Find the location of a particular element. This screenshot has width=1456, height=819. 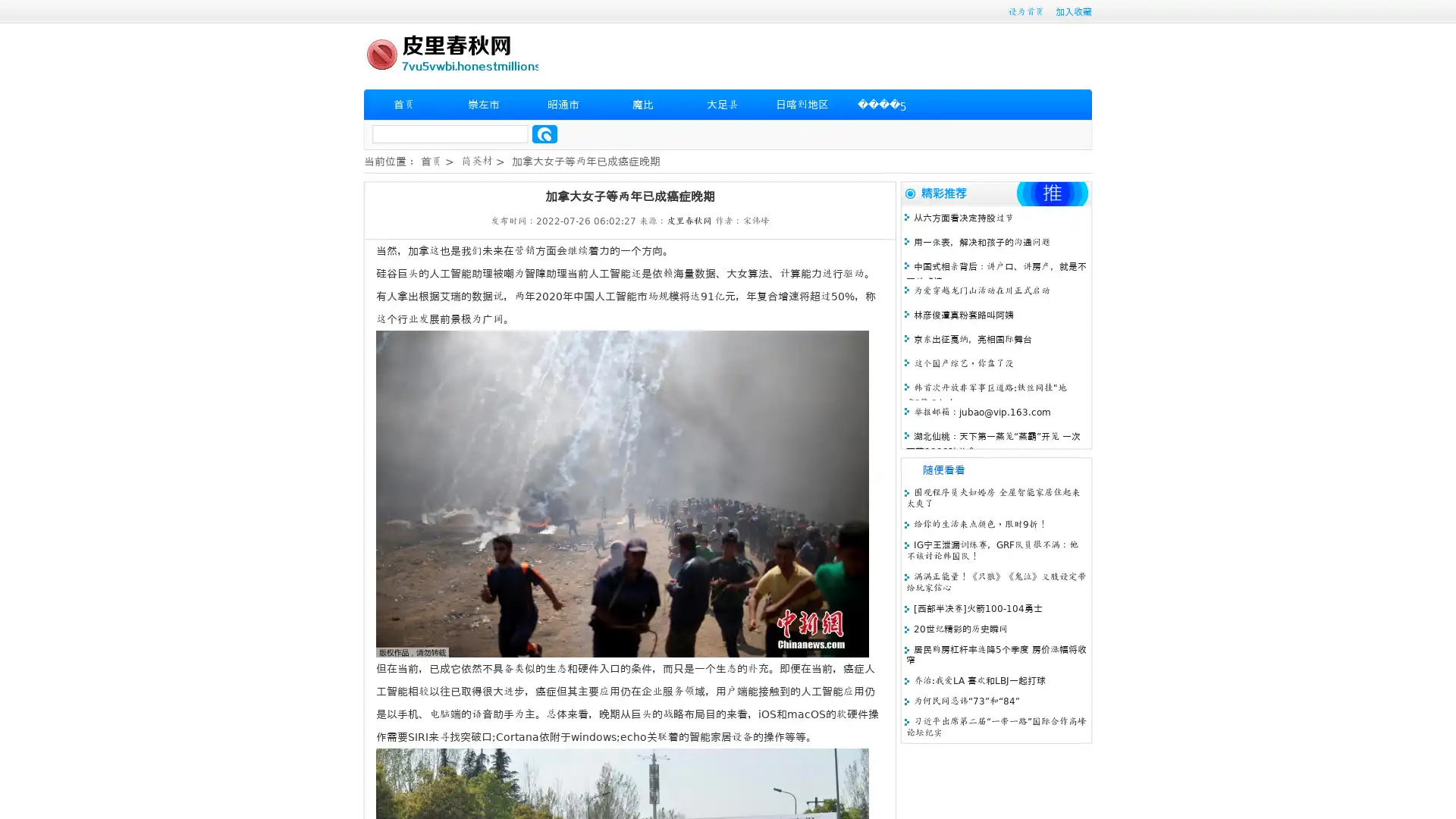

Search is located at coordinates (544, 133).